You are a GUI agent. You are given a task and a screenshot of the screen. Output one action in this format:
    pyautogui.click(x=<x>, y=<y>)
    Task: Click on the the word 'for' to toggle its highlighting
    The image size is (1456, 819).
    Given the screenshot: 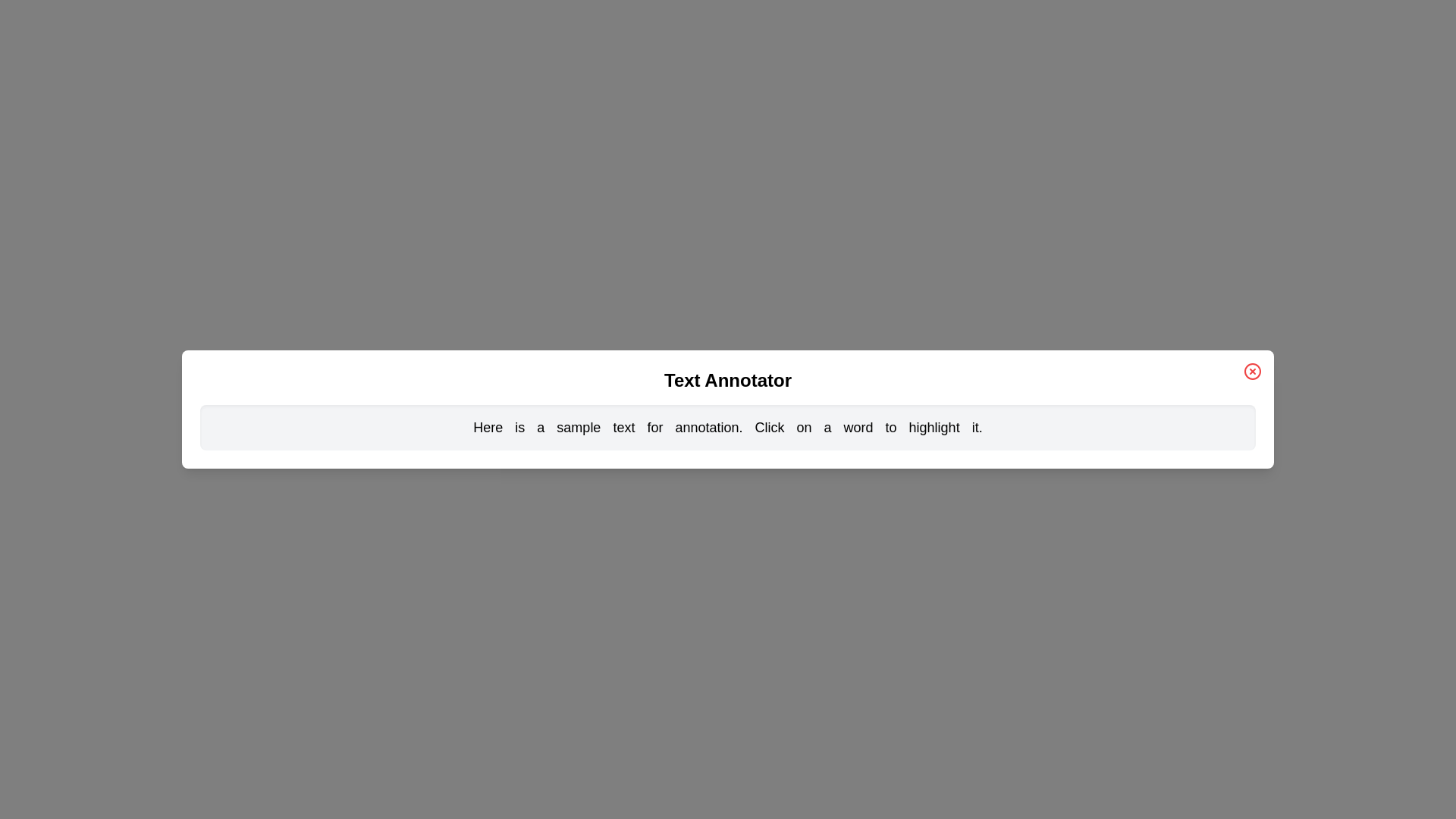 What is the action you would take?
    pyautogui.click(x=655, y=427)
    